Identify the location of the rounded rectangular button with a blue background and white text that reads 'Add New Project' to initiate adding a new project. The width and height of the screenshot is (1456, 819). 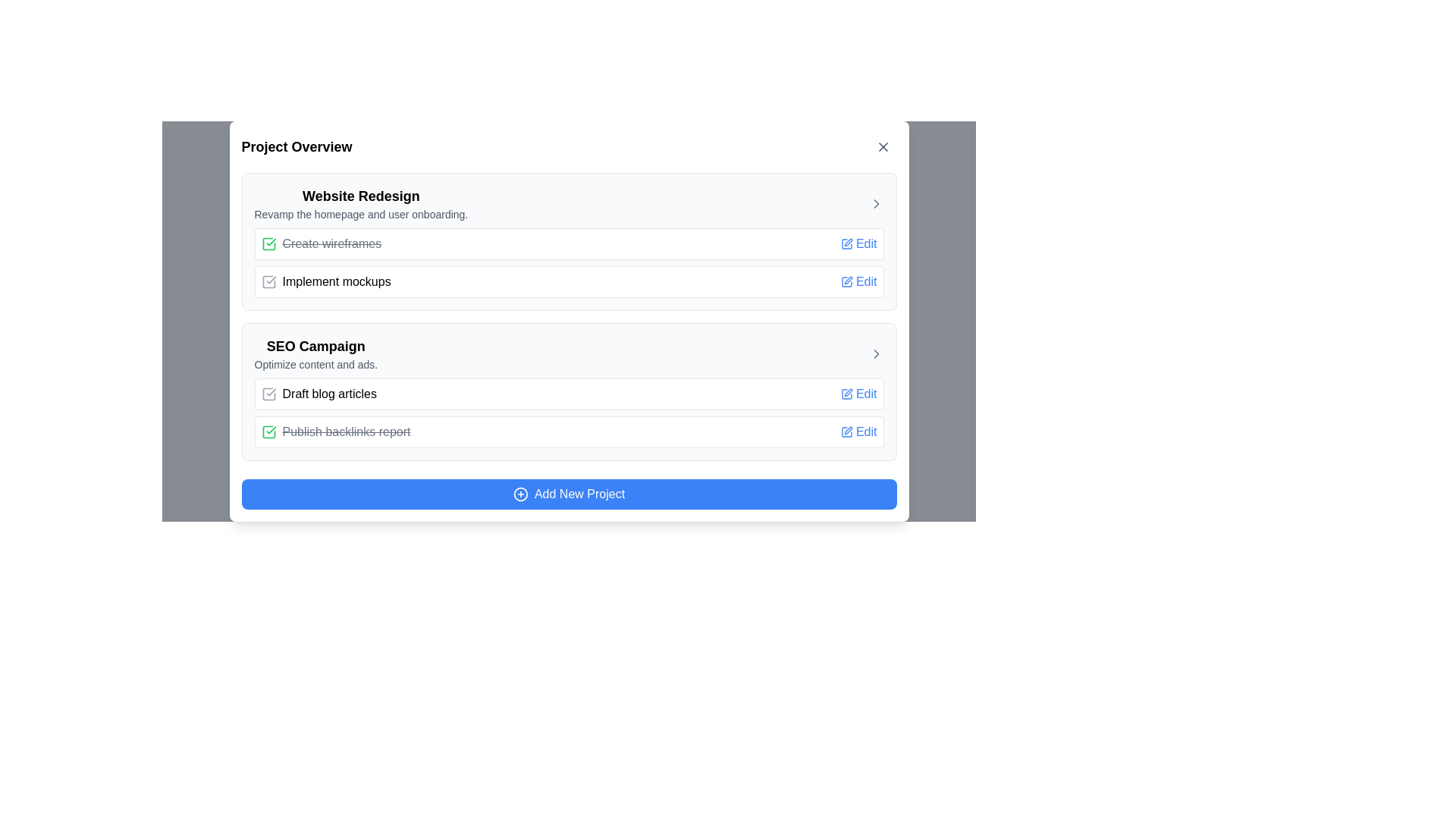
(568, 494).